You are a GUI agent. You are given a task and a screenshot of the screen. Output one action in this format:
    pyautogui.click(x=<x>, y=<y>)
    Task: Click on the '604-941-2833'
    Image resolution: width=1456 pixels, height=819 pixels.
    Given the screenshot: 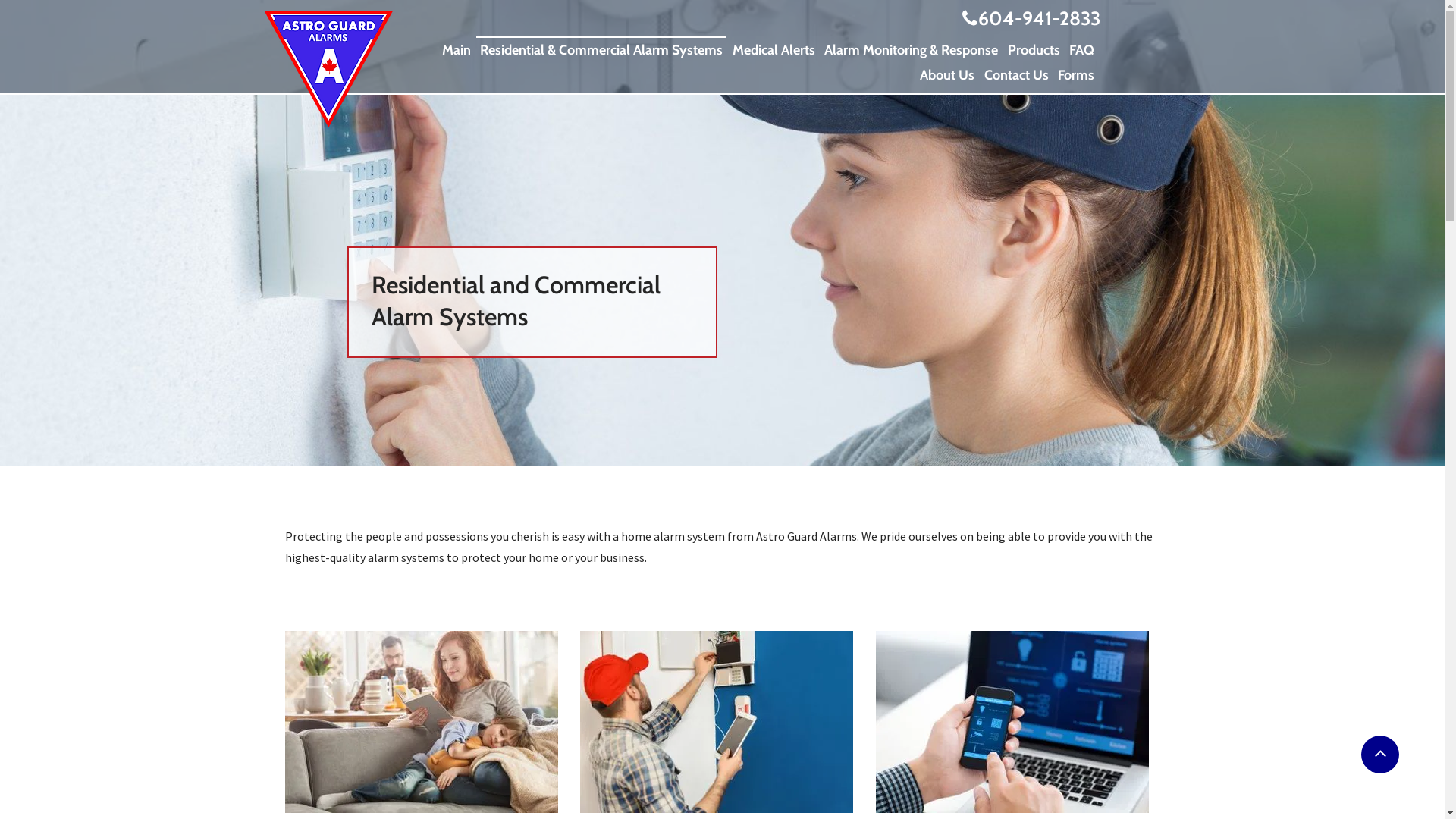 What is the action you would take?
    pyautogui.click(x=1029, y=17)
    